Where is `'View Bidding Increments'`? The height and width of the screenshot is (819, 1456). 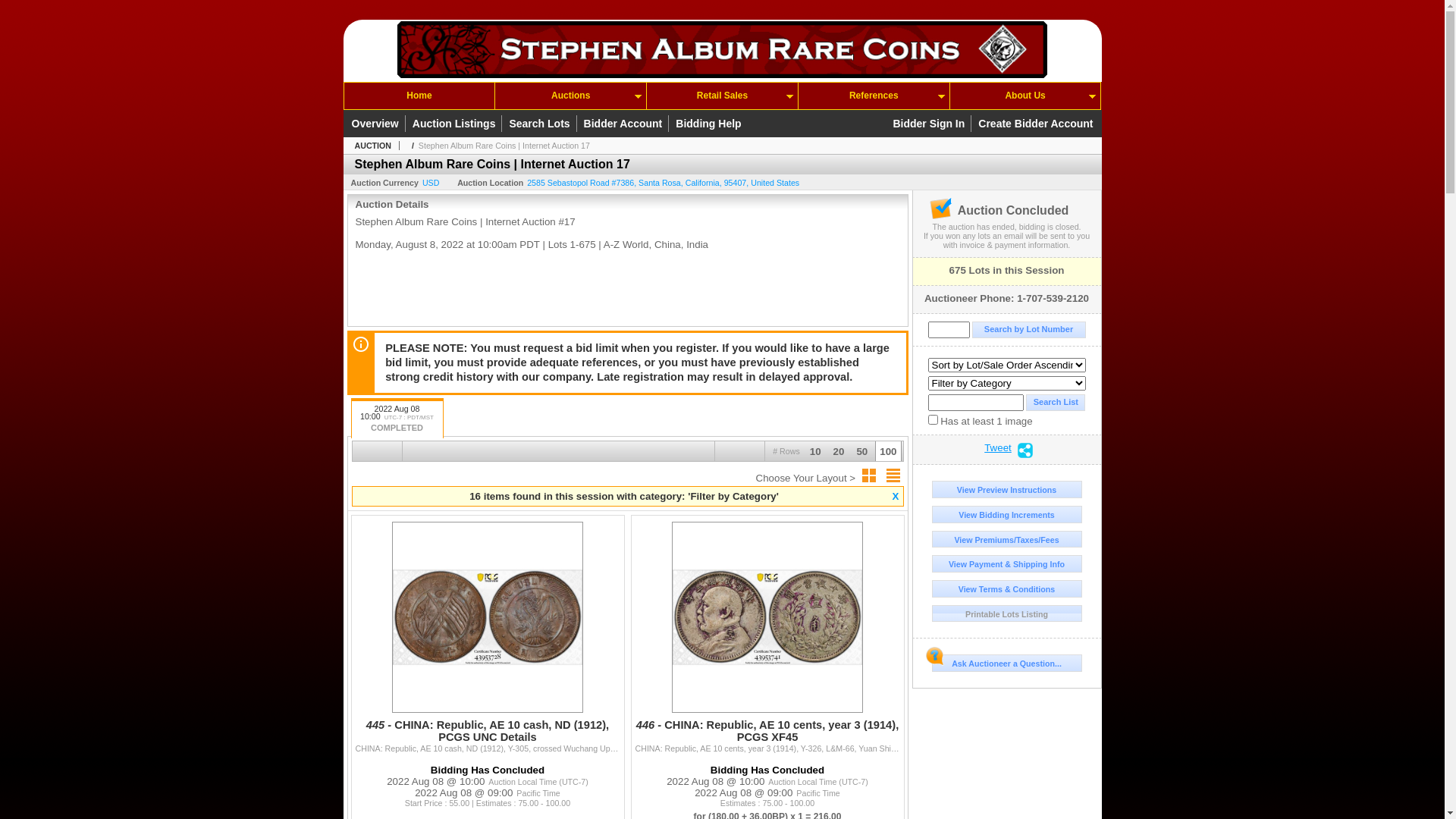 'View Bidding Increments' is located at coordinates (1006, 513).